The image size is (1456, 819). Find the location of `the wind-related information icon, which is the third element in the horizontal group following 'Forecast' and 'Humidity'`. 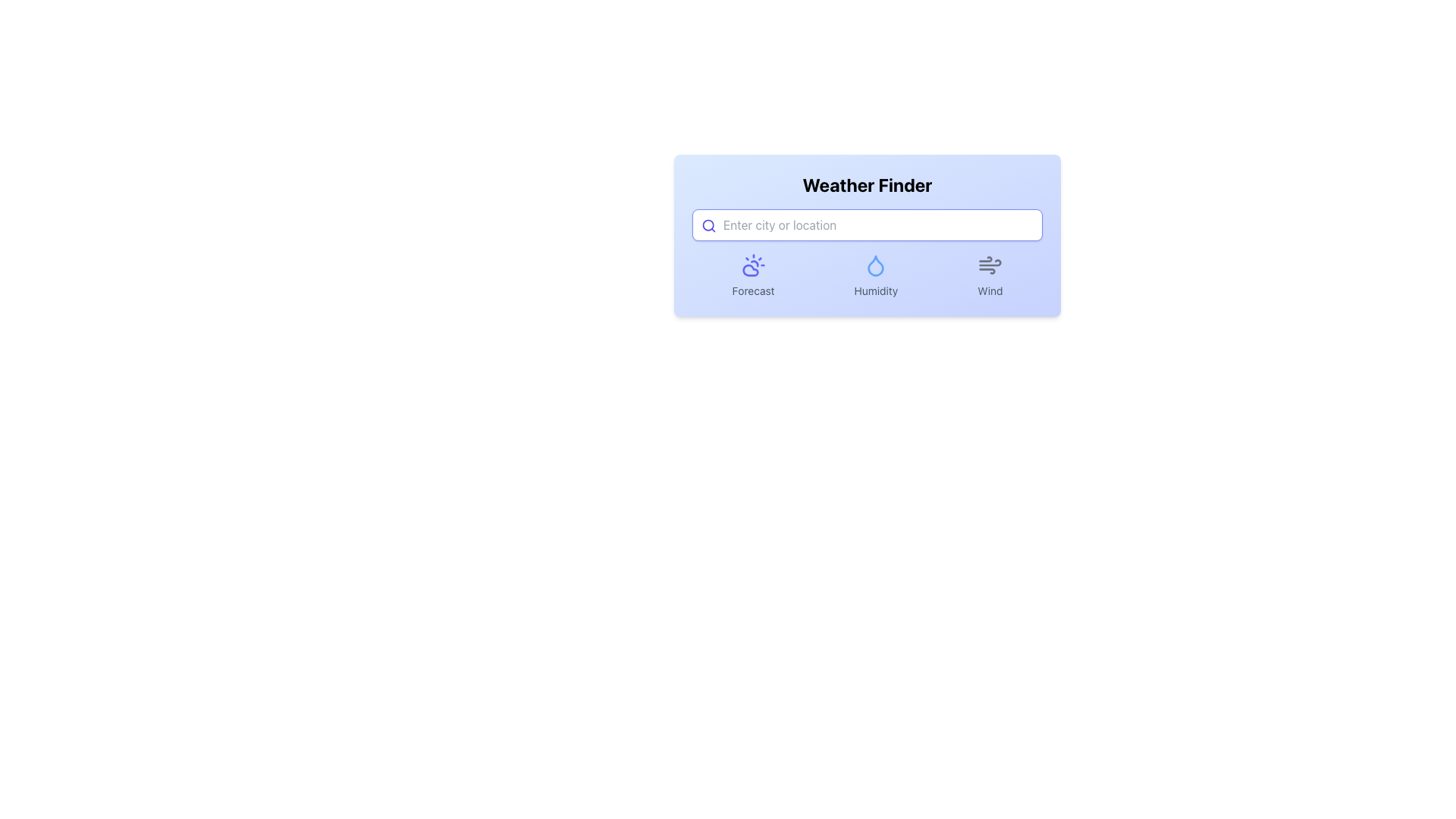

the wind-related information icon, which is the third element in the horizontal group following 'Forecast' and 'Humidity' is located at coordinates (990, 275).